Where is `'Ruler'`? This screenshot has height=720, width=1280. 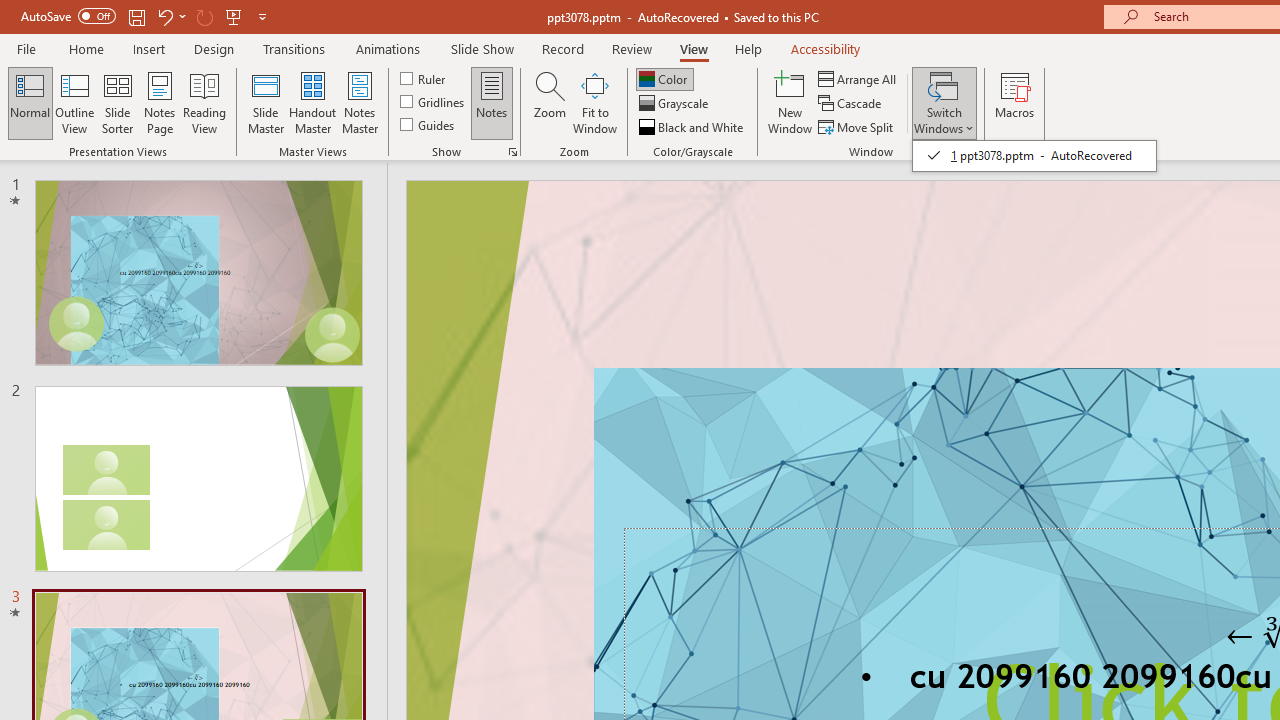 'Ruler' is located at coordinates (423, 77).